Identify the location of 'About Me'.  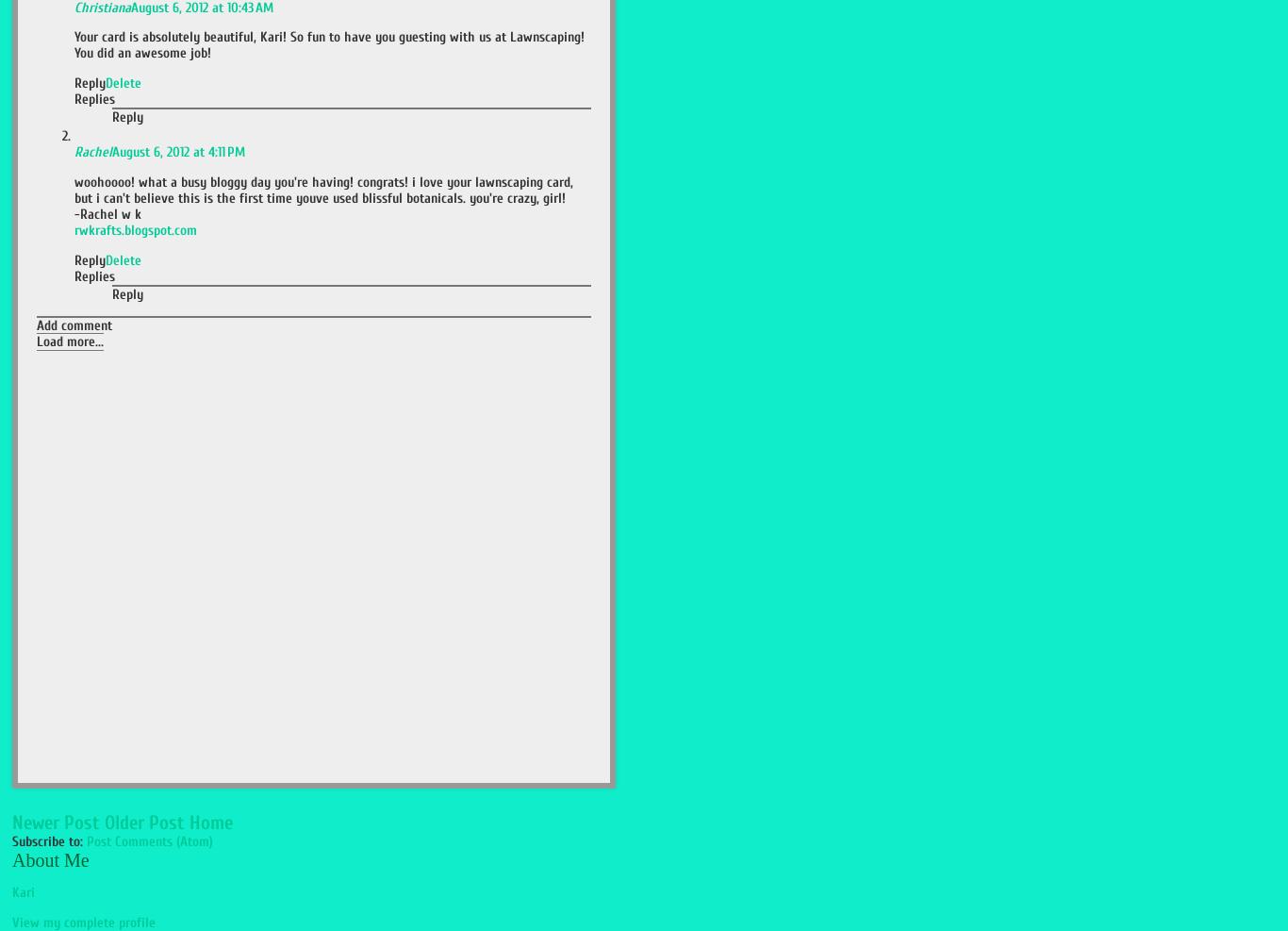
(11, 858).